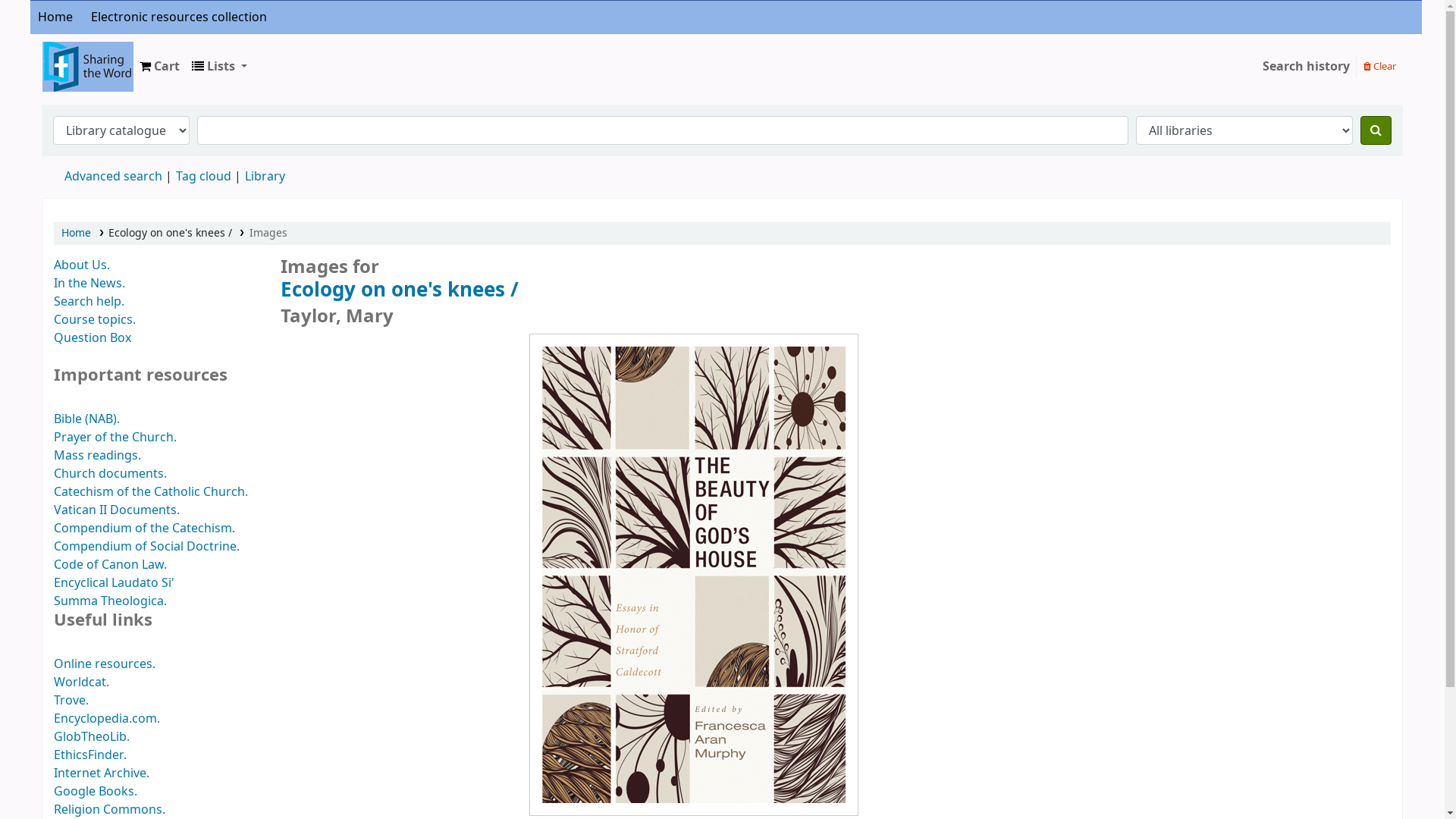  I want to click on 'Clear', so click(1379, 65).